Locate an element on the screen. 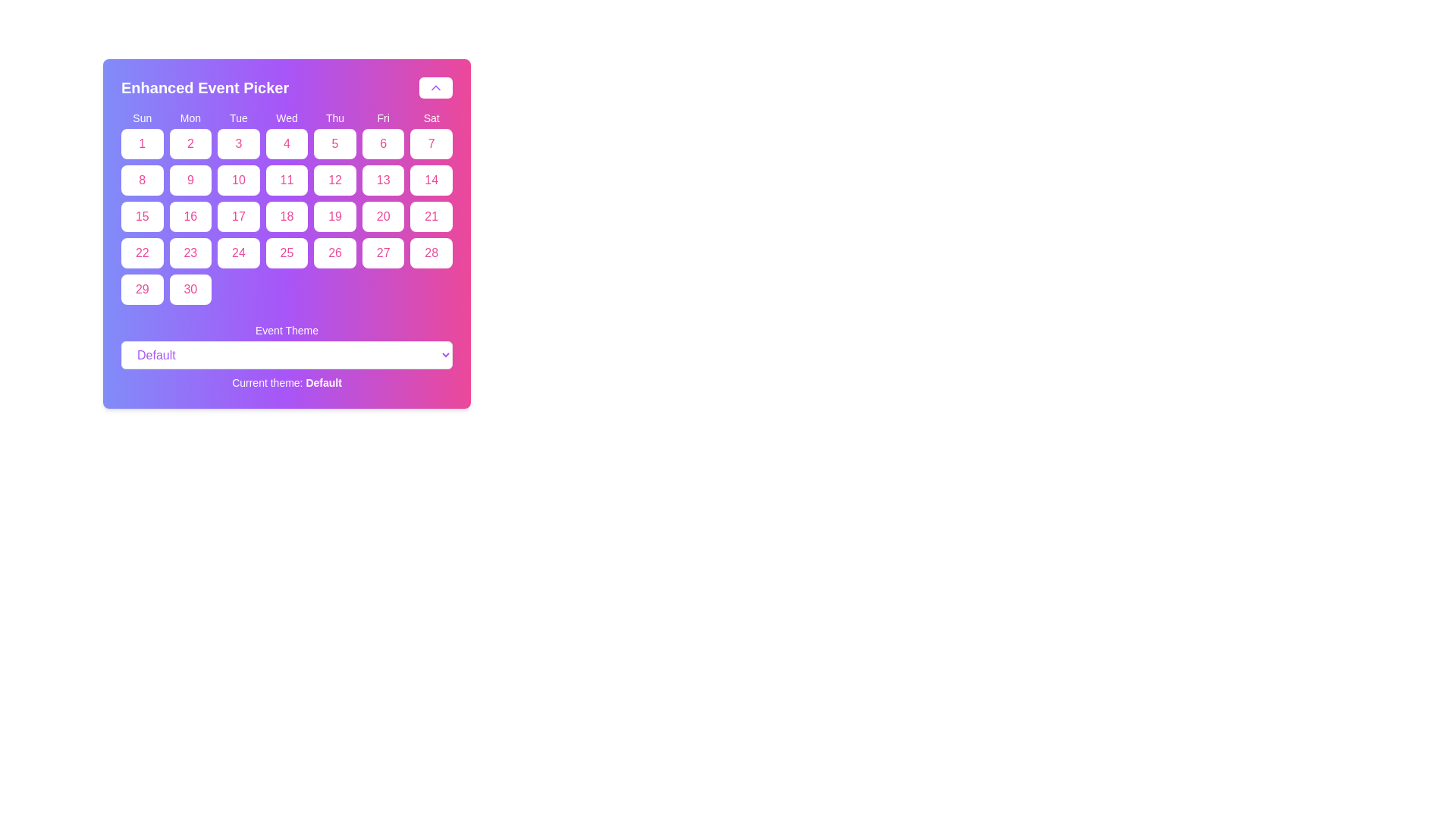  the row of text labels representing the days of the week ('Sun', 'Mon', 'Tue', 'Wed', 'Thu', 'Fri', 'Sat') at the top of the calendar grid is located at coordinates (287, 117).